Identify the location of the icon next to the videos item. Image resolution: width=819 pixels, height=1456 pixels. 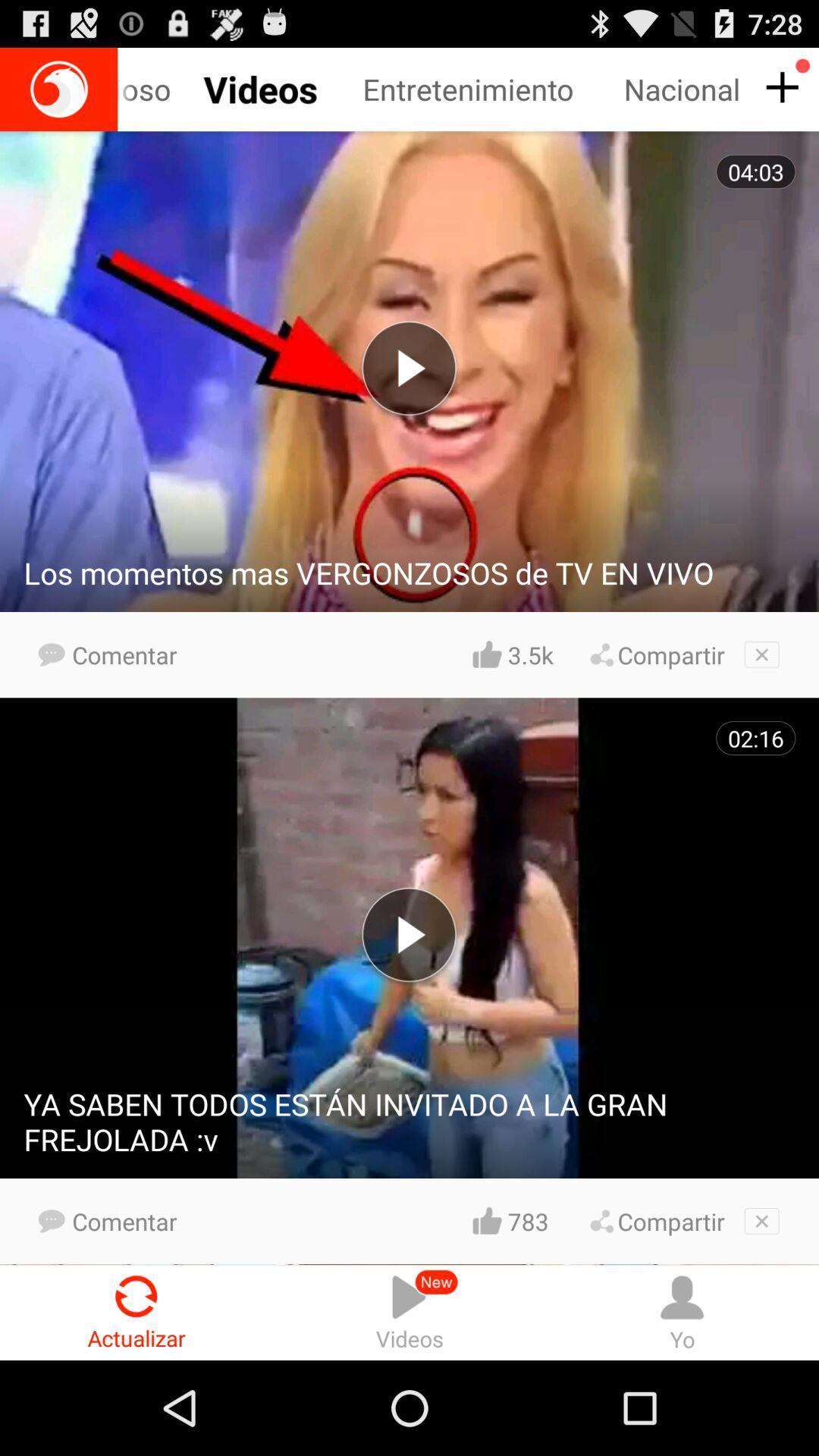
(681, 1312).